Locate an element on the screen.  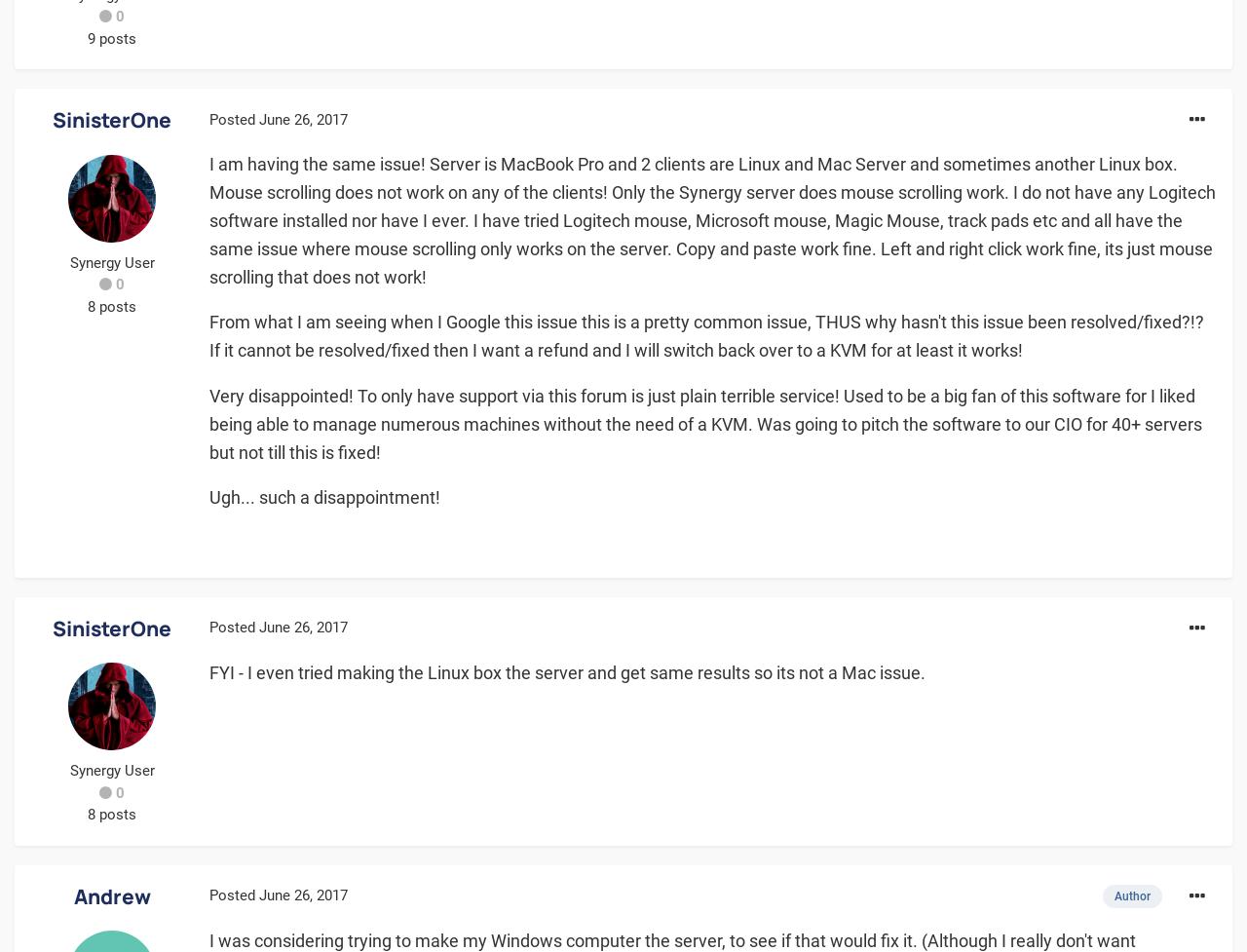
'Very disappointed! To only have support via this forum is just plain terrible service! Used to be a big fan of this software for I liked being able to manage numerous machines without the need of a KVM. Was going to pitch the software to our CIO for 40+ servers but not till this is fixed!' is located at coordinates (704, 423).